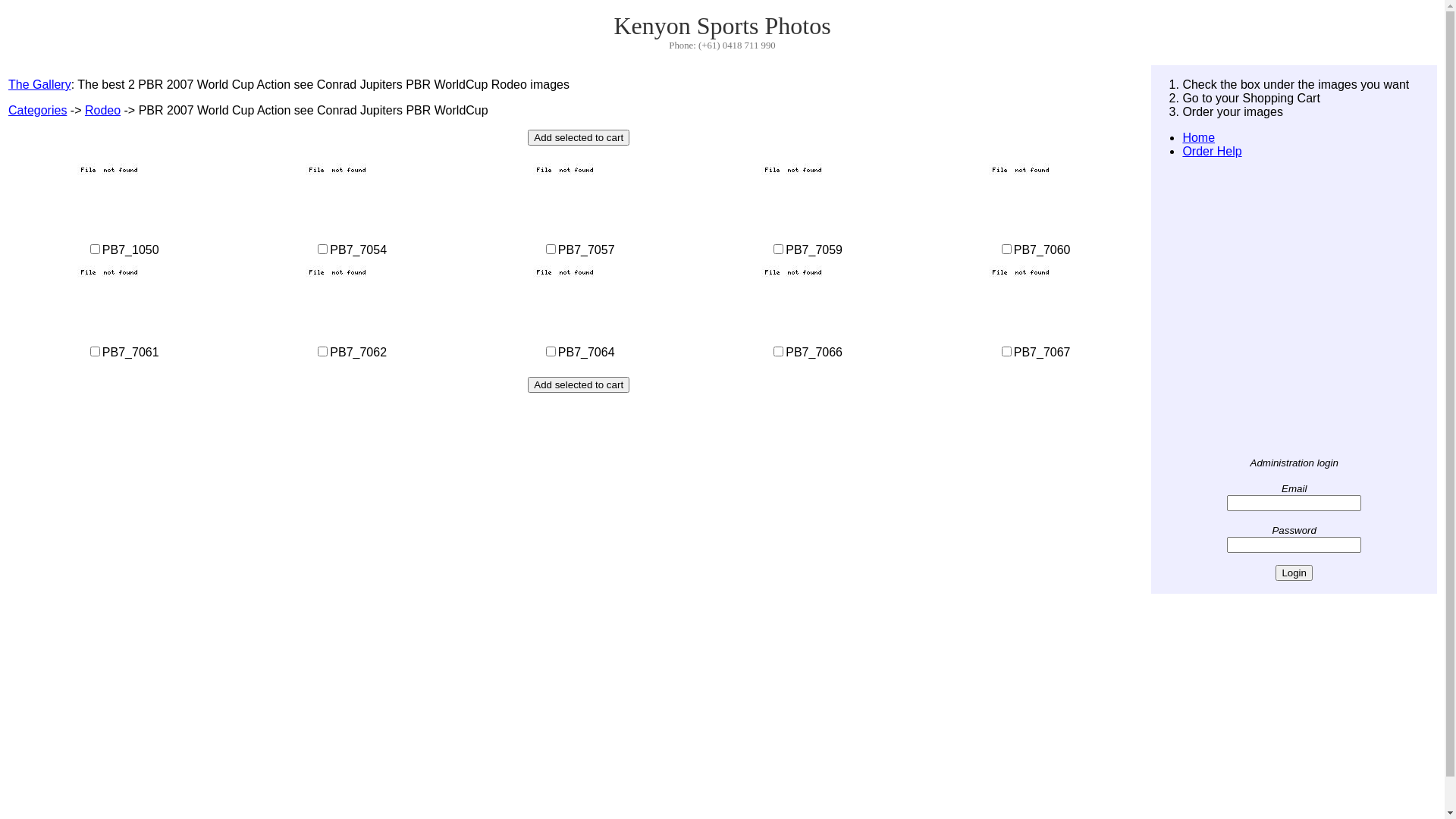  What do you see at coordinates (1293, 573) in the screenshot?
I see `'Login'` at bounding box center [1293, 573].